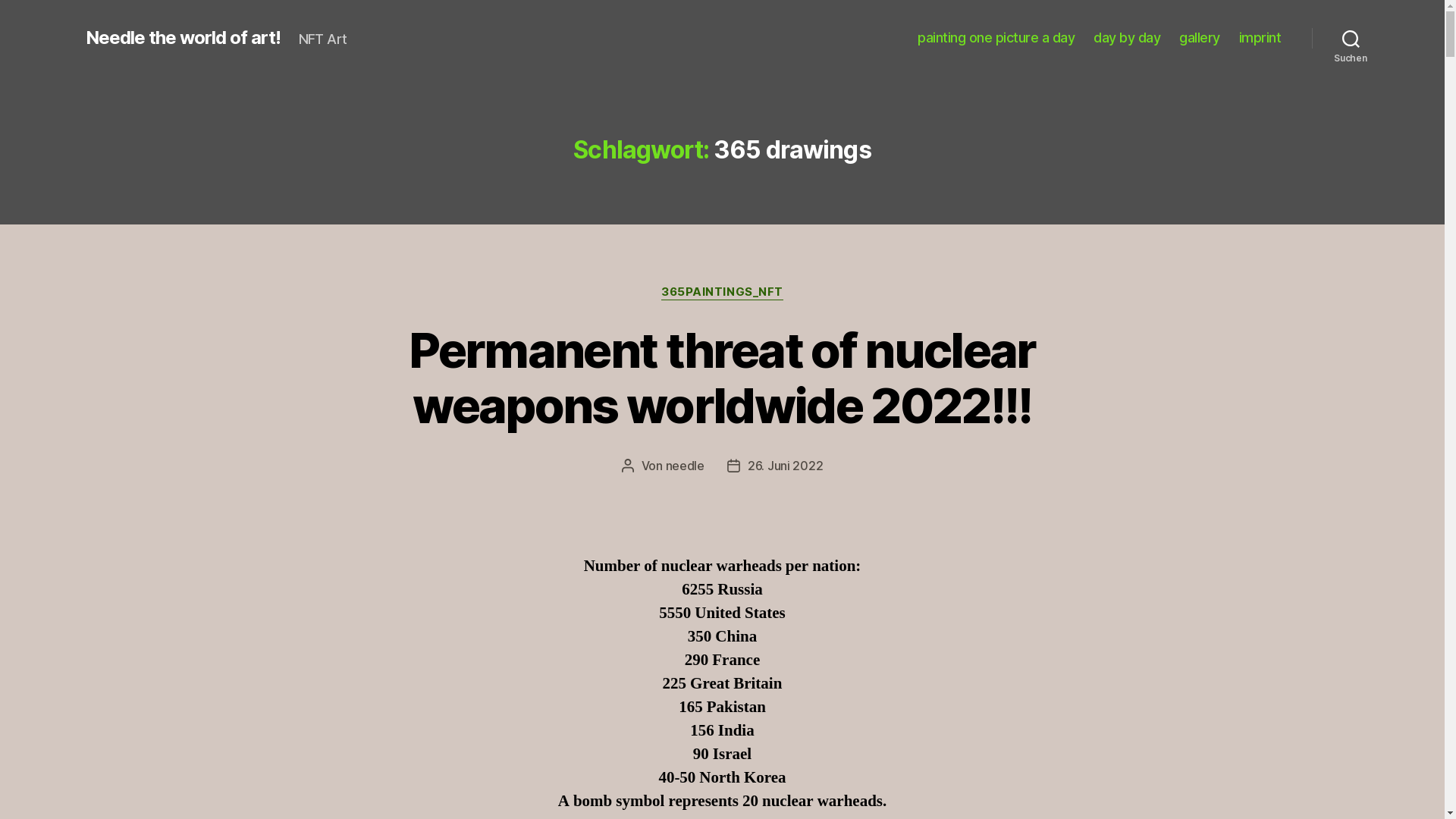 This screenshot has height=819, width=1456. I want to click on '26. Juni 2022', so click(786, 464).